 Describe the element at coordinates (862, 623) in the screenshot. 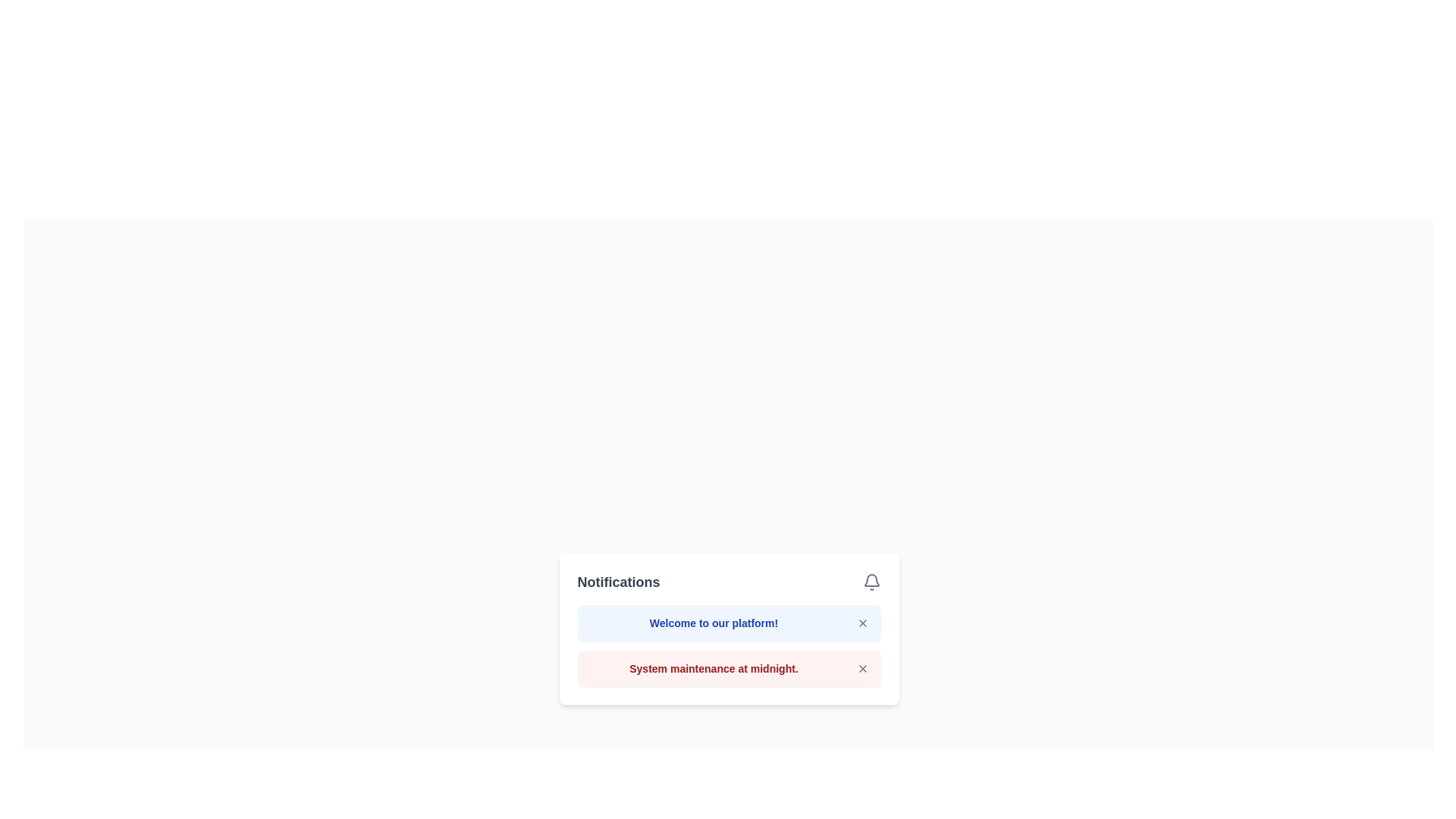

I see `the close button located at the right end of the notification box header` at that location.